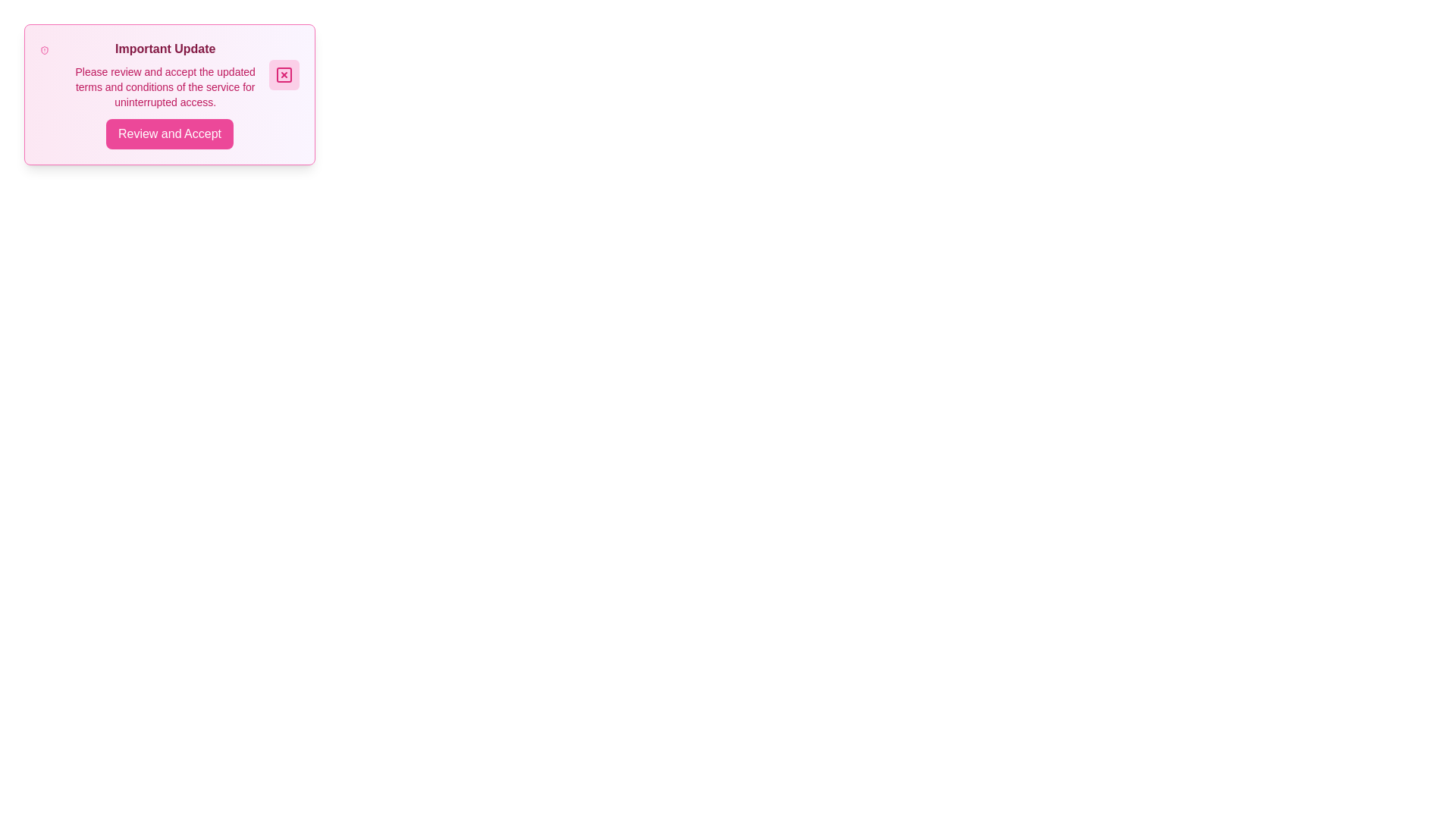 This screenshot has height=819, width=1456. I want to click on the 'Important Update' text label, which is styled in bold and vibrant pink within a modal dialog box, so click(165, 49).